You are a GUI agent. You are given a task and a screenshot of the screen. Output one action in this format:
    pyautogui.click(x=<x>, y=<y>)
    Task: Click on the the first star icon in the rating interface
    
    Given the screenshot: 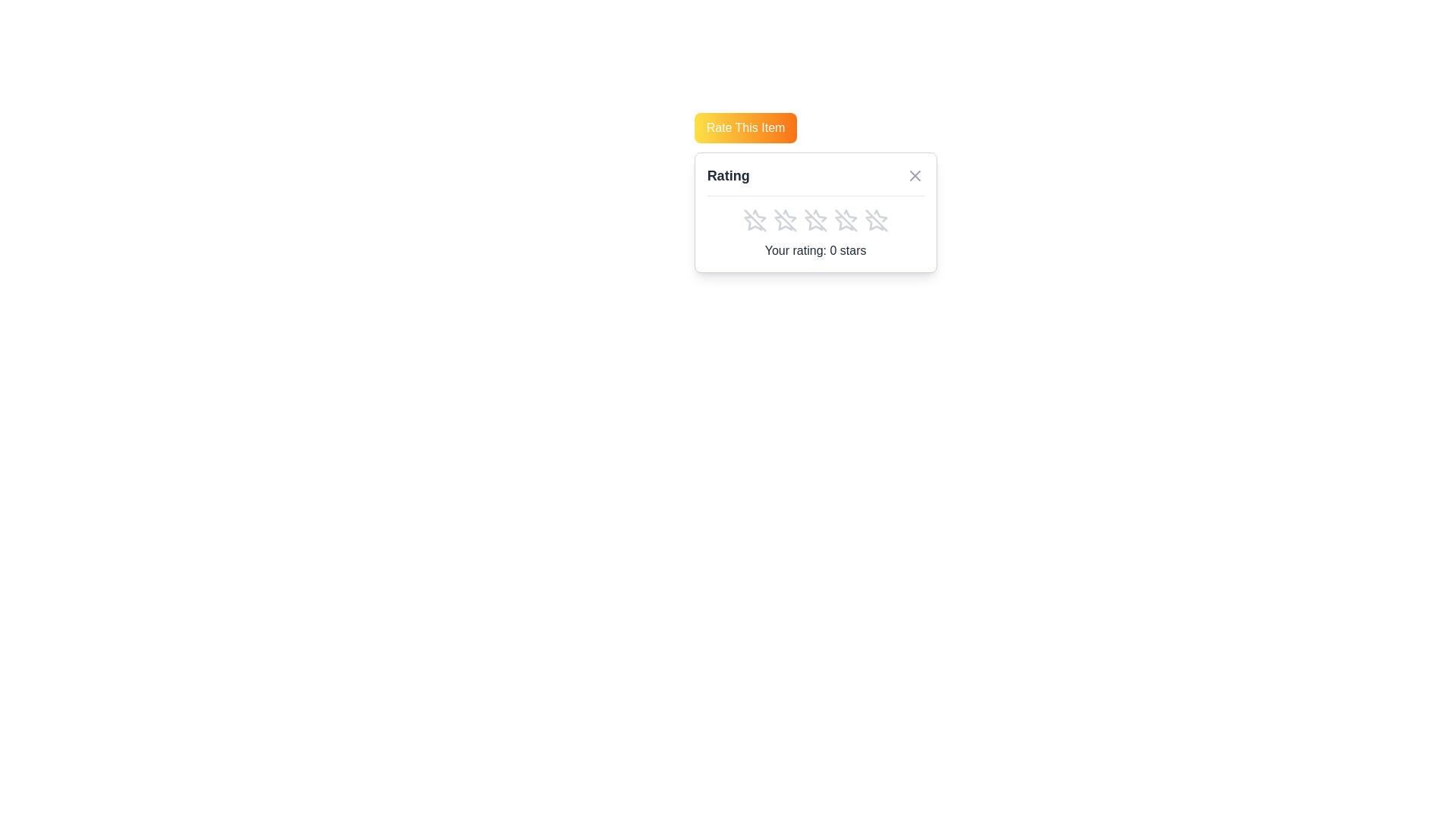 What is the action you would take?
    pyautogui.click(x=753, y=222)
    